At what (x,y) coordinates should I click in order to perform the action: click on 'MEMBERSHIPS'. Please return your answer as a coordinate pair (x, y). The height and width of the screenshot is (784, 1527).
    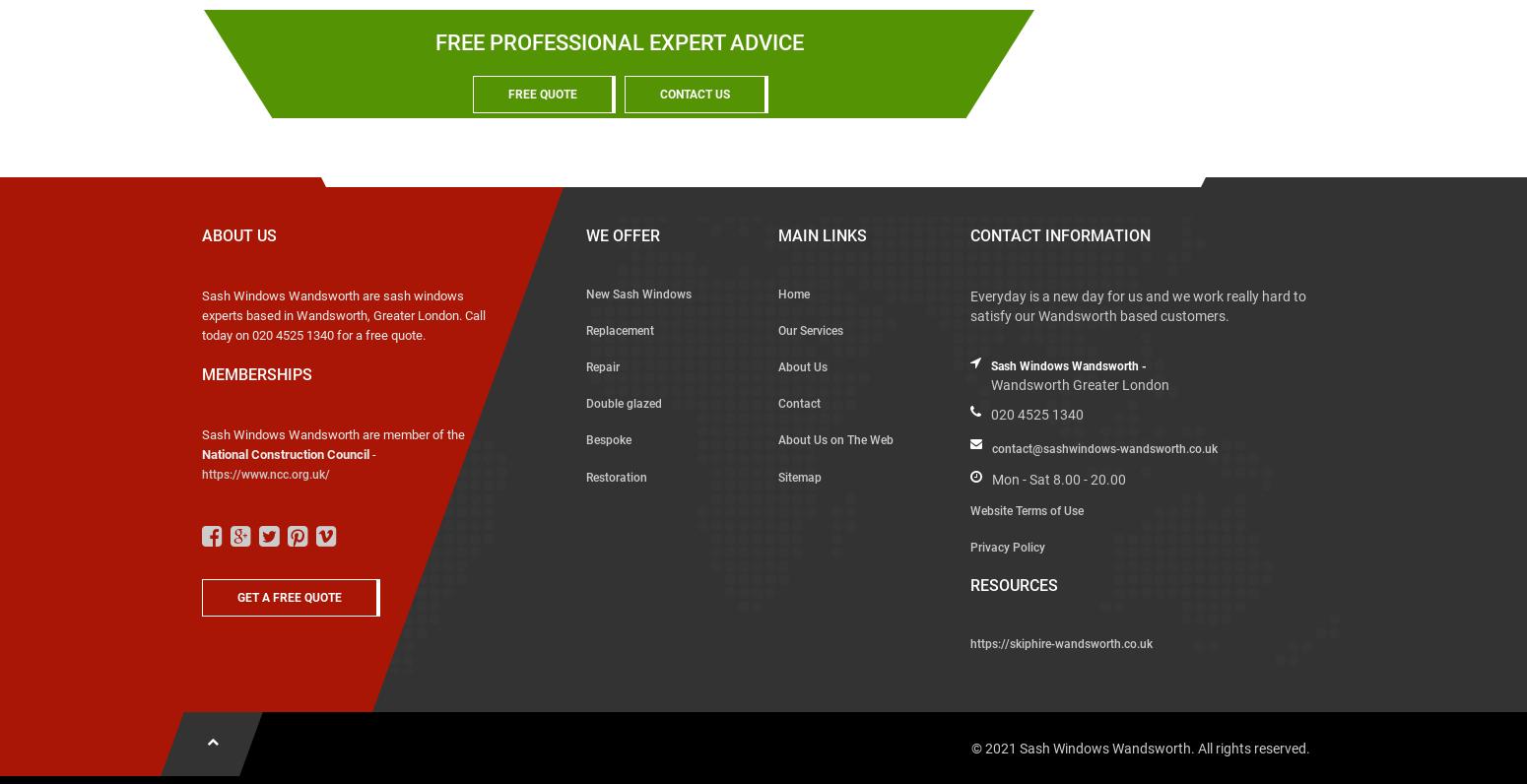
    Looking at the image, I should click on (201, 373).